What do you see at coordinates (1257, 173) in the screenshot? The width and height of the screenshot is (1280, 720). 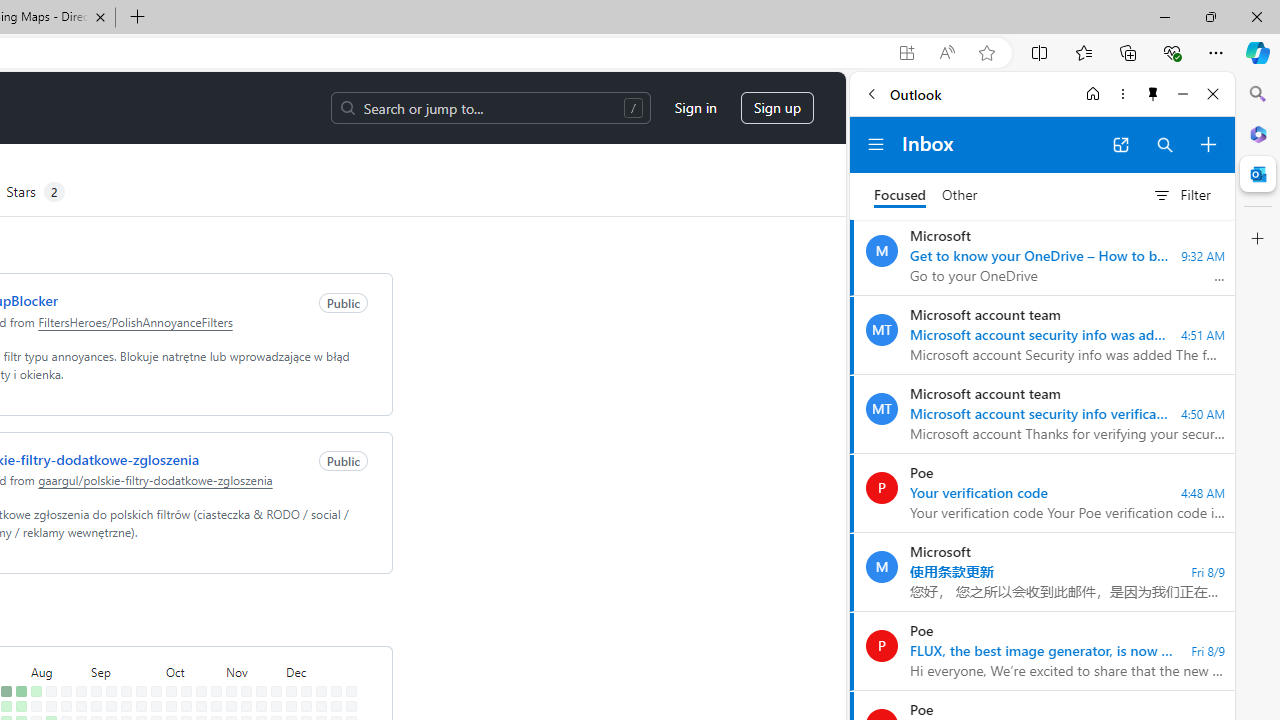 I see `'Close Outlook pane'` at bounding box center [1257, 173].